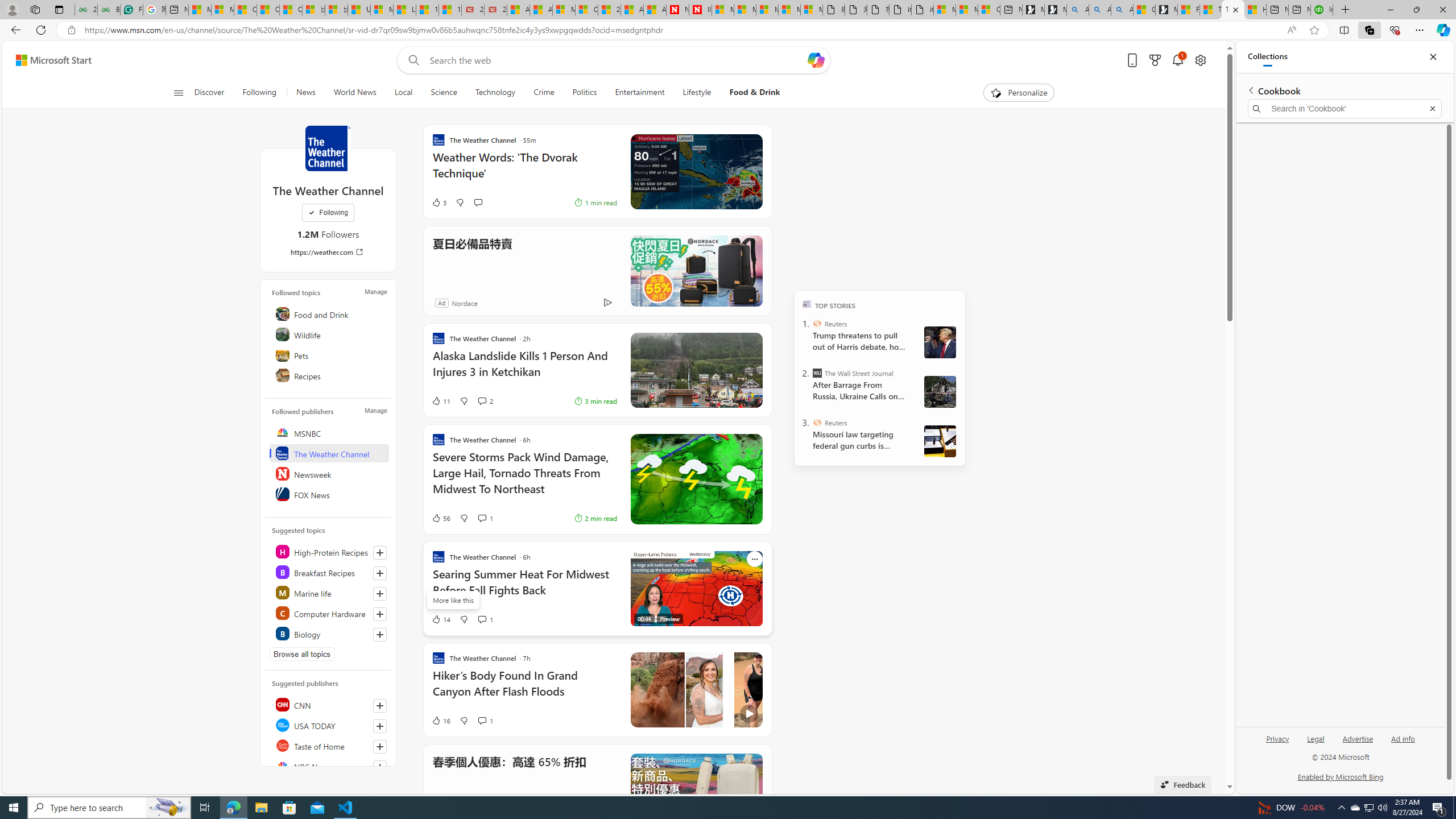 The width and height of the screenshot is (1456, 819). I want to click on 'Food and Drink - MSN', so click(1187, 9).